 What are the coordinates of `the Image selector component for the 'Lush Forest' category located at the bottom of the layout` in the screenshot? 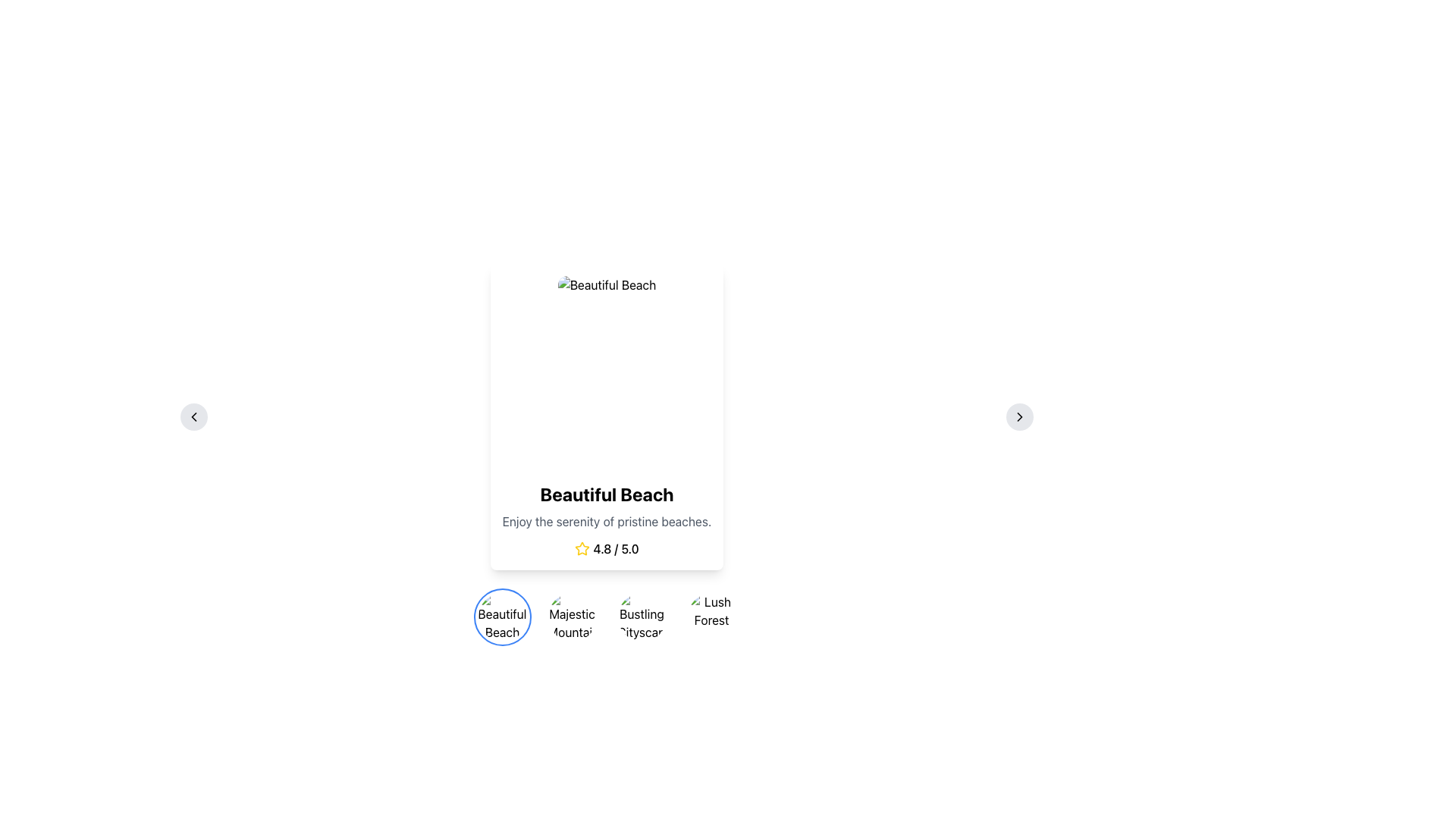 It's located at (711, 617).